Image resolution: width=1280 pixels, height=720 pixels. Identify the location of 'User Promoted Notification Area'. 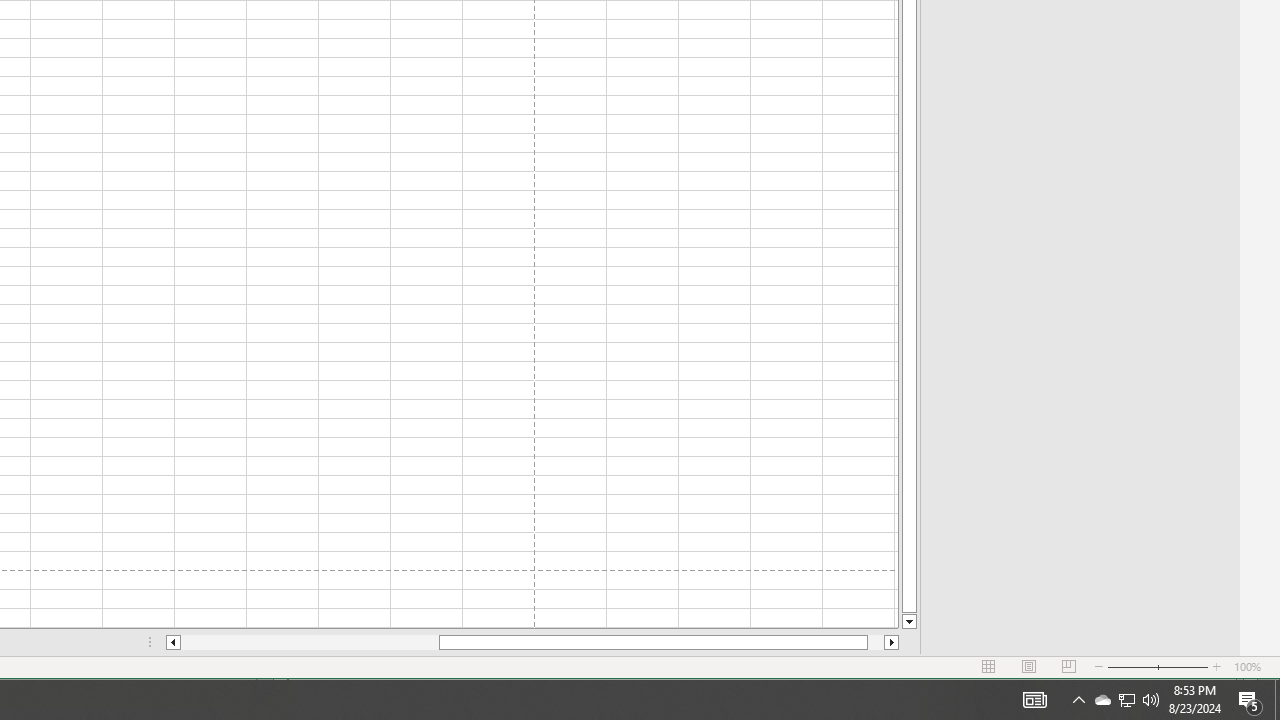
(1127, 698).